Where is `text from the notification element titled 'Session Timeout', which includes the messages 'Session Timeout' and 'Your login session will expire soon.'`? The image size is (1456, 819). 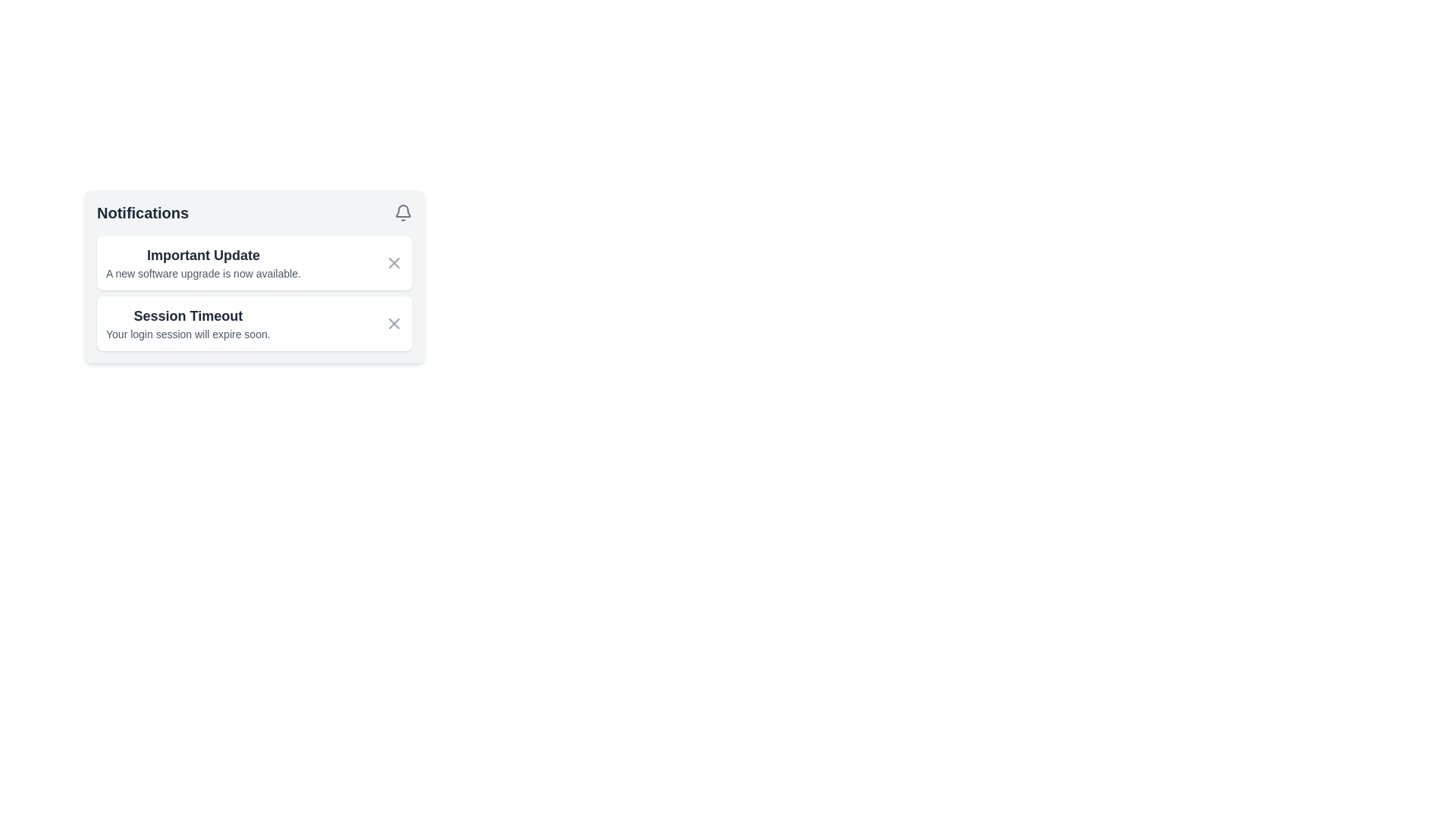 text from the notification element titled 'Session Timeout', which includes the messages 'Session Timeout' and 'Your login session will expire soon.' is located at coordinates (187, 323).